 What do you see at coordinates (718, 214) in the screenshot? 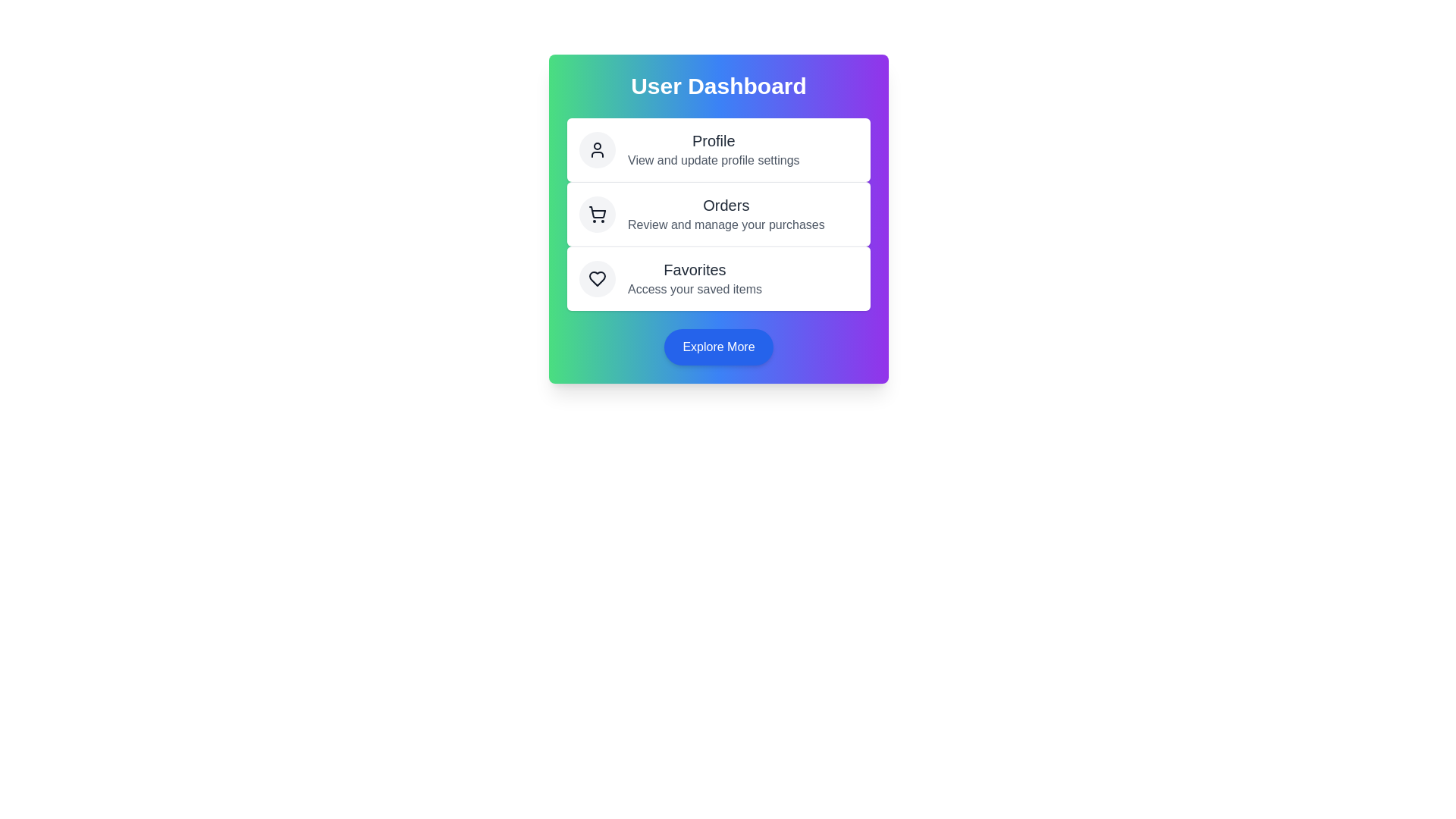
I see `the 'Orders' action to review and manage purchases` at bounding box center [718, 214].